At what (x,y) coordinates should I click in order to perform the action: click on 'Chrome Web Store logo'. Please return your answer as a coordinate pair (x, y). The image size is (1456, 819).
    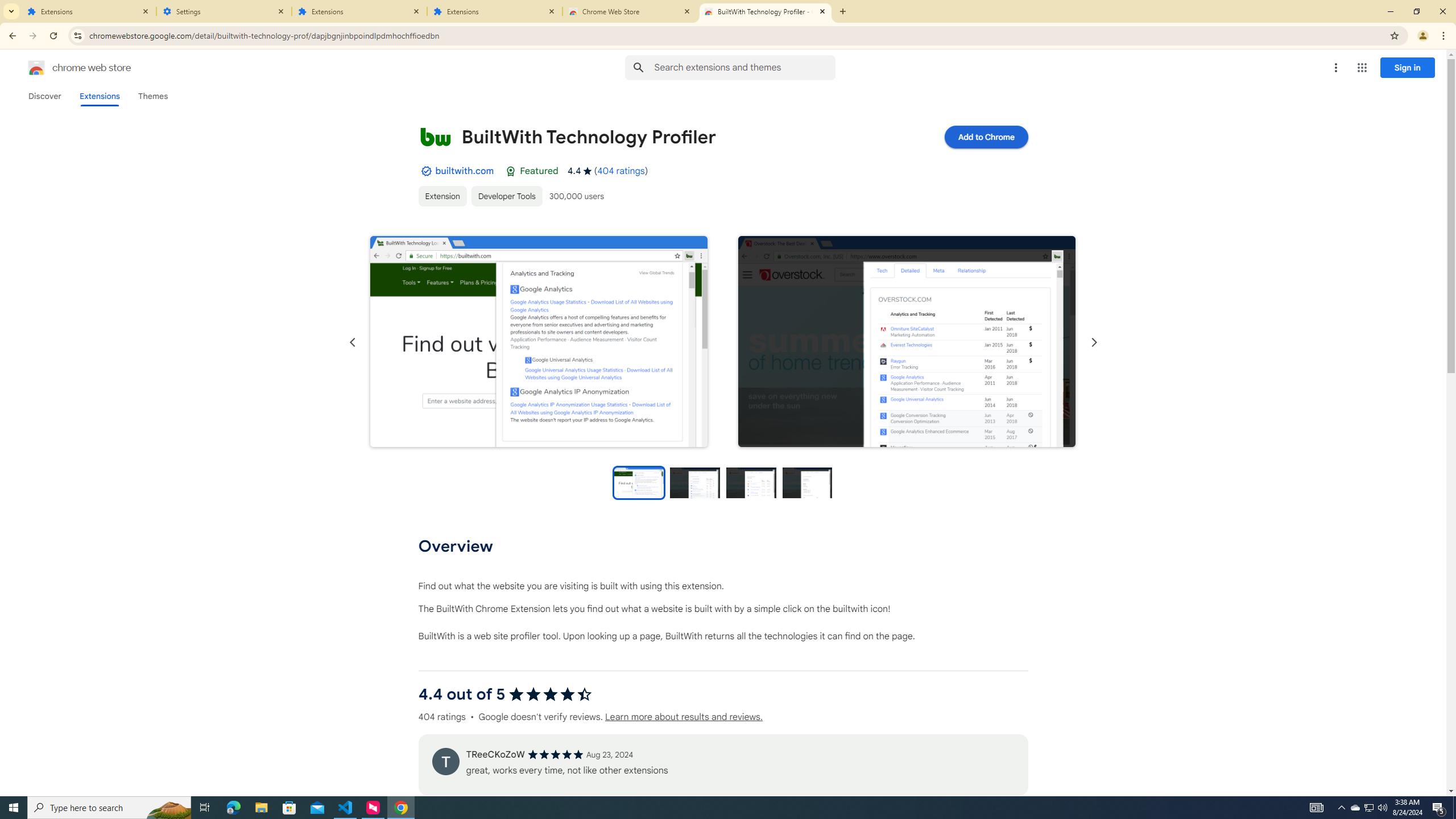
    Looking at the image, I should click on (36, 67).